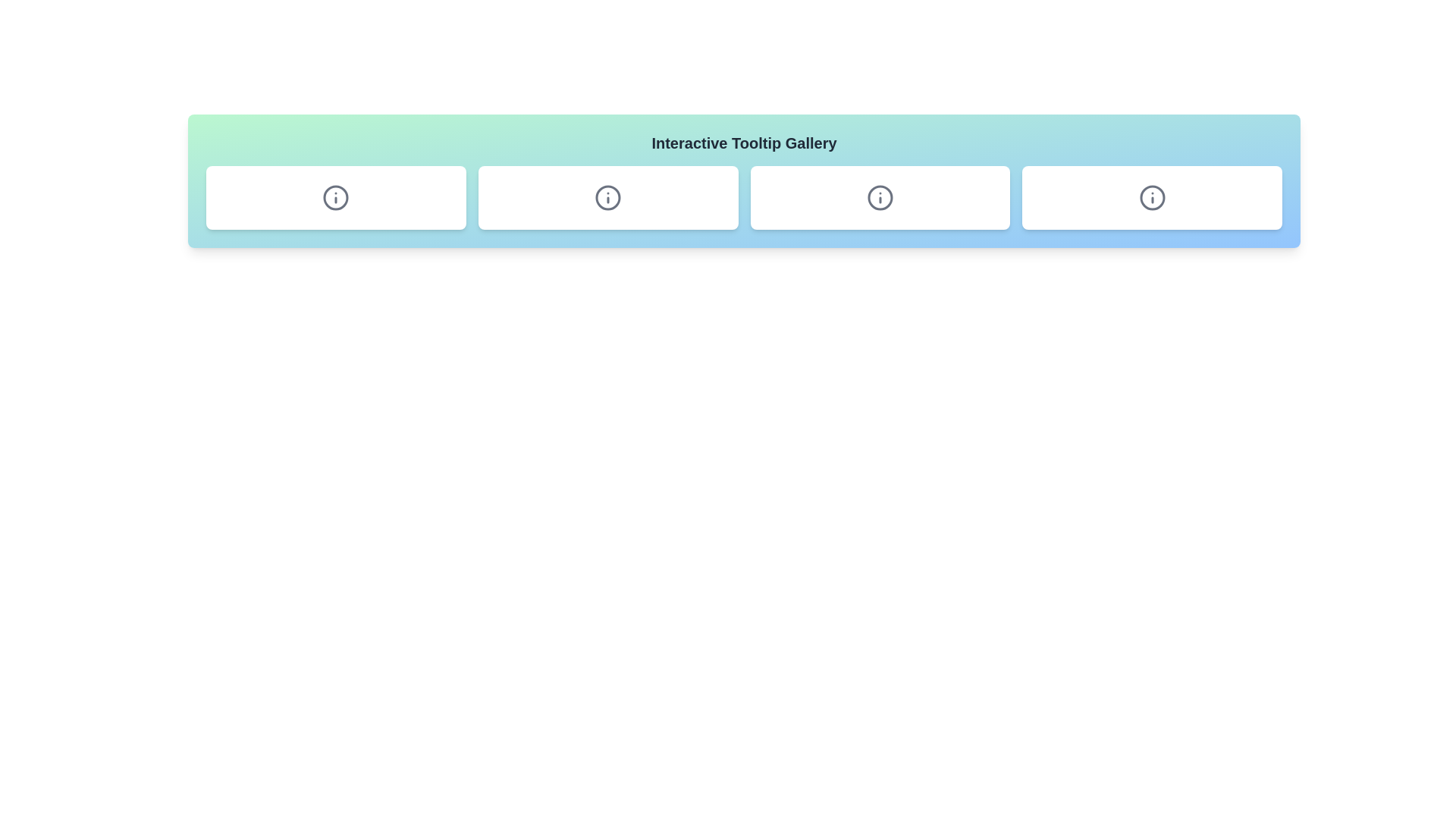 Image resolution: width=1456 pixels, height=819 pixels. I want to click on the inactive gray circular element within the SVG icon, which is located in the fourth box from the left in a sequence of similar boxes, so click(1152, 197).